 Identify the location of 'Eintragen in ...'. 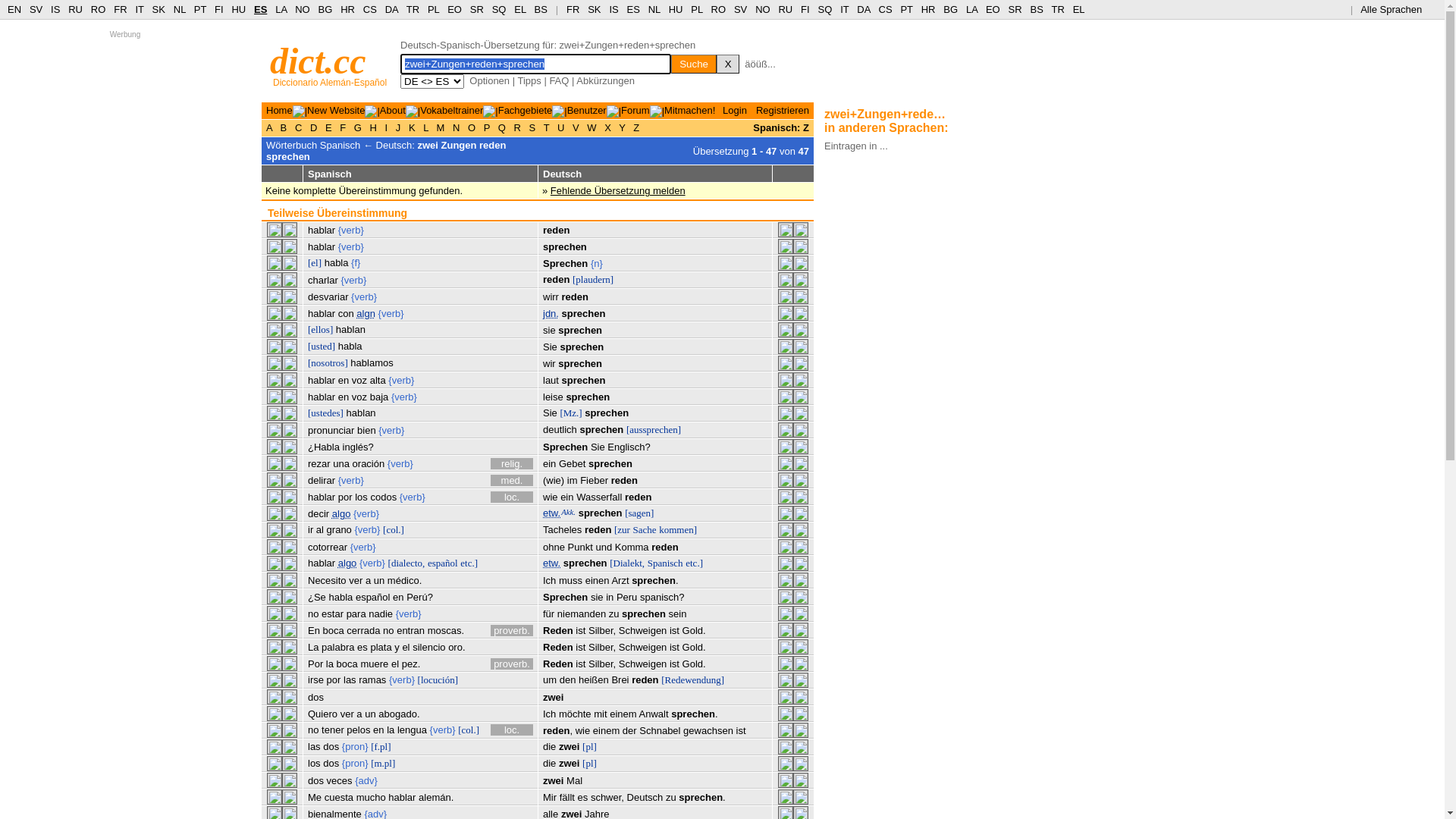
(855, 145).